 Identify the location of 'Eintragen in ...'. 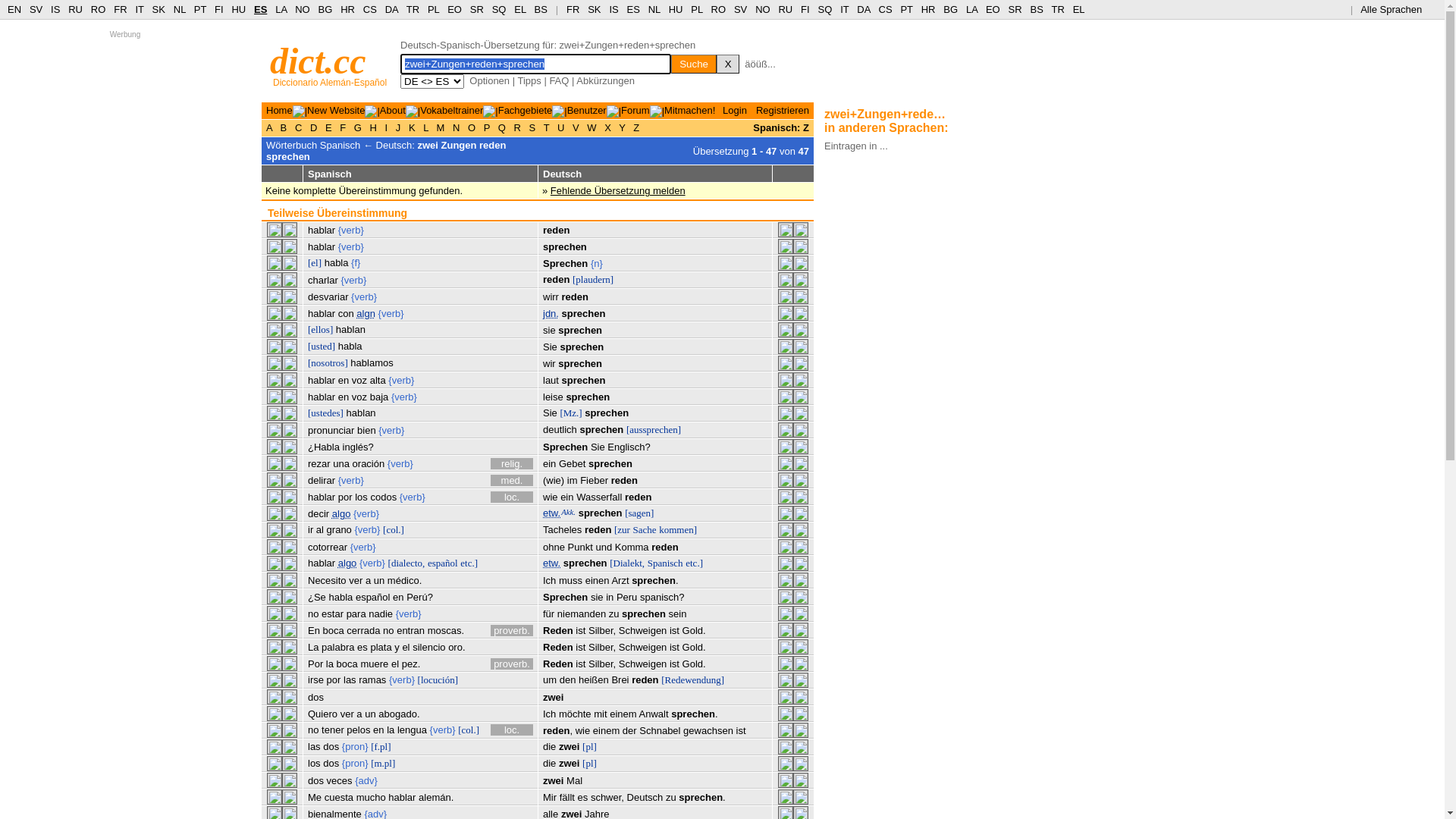
(855, 145).